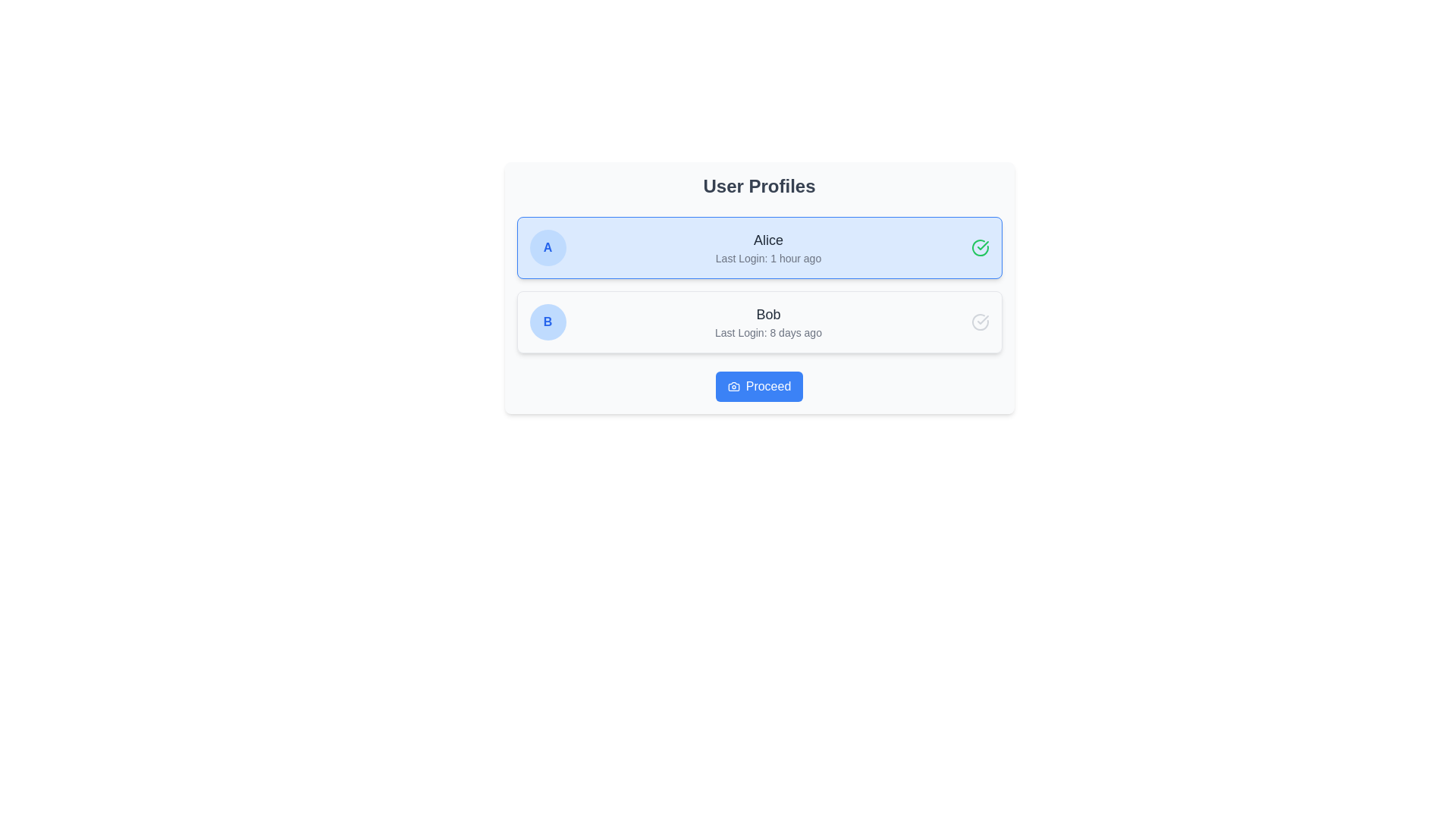  Describe the element at coordinates (759, 321) in the screenshot. I see `the User Profile Block located in the second row under 'User Profiles'` at that location.